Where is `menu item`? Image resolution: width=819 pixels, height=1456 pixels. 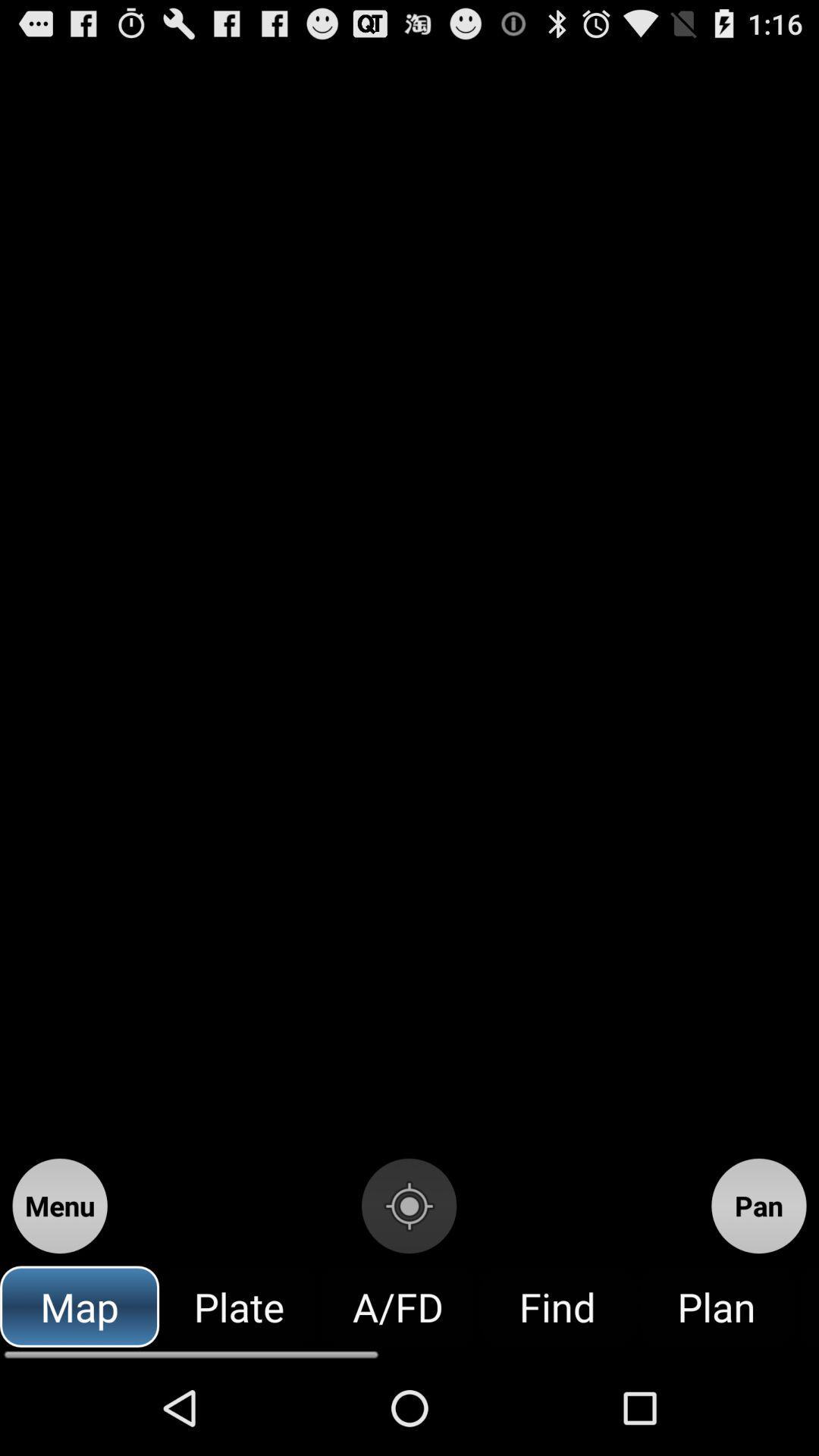
menu item is located at coordinates (59, 1205).